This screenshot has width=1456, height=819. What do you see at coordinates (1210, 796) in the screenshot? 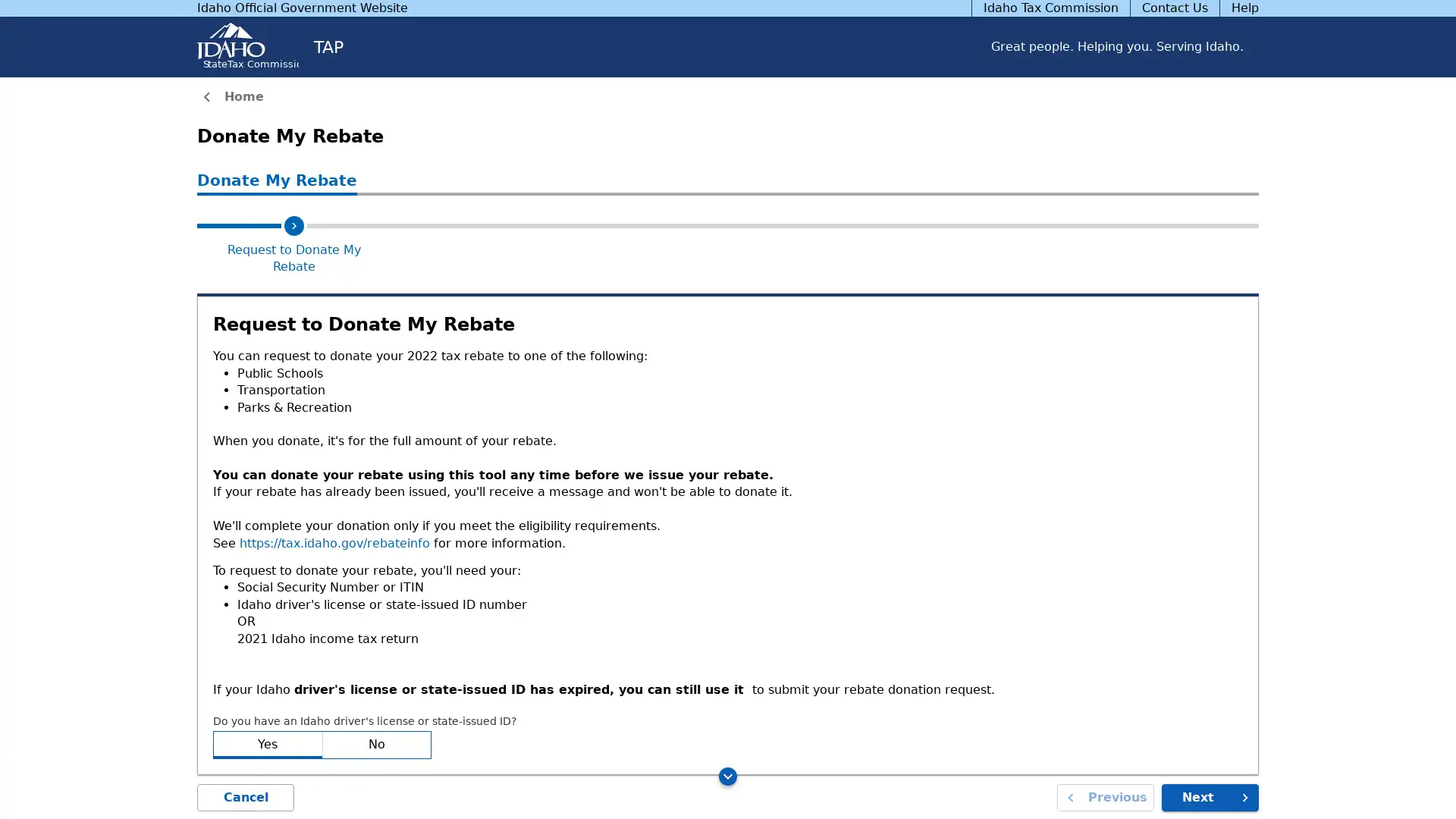
I see `Next` at bounding box center [1210, 796].